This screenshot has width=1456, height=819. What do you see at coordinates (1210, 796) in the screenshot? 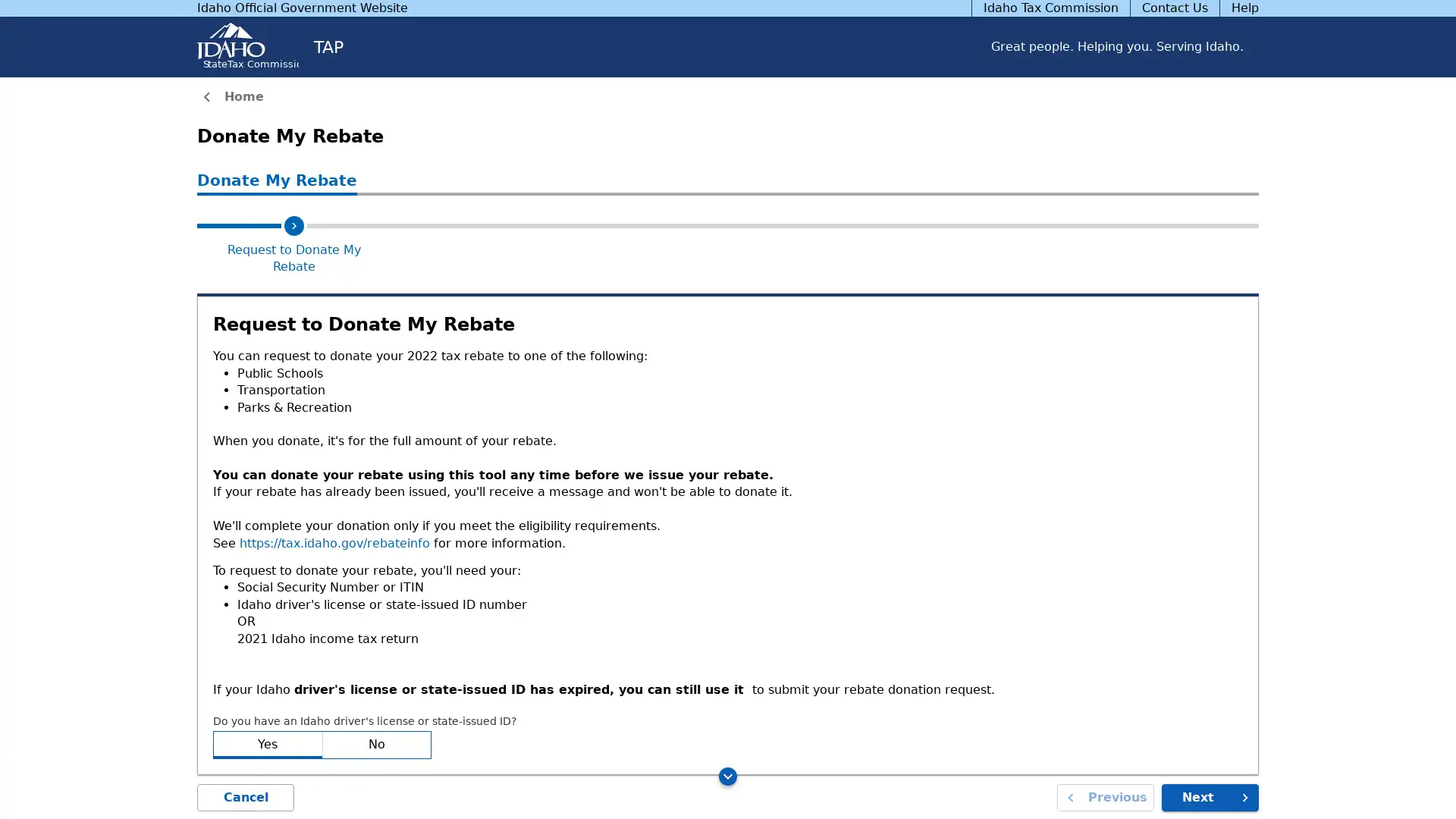
I see `Next` at bounding box center [1210, 796].